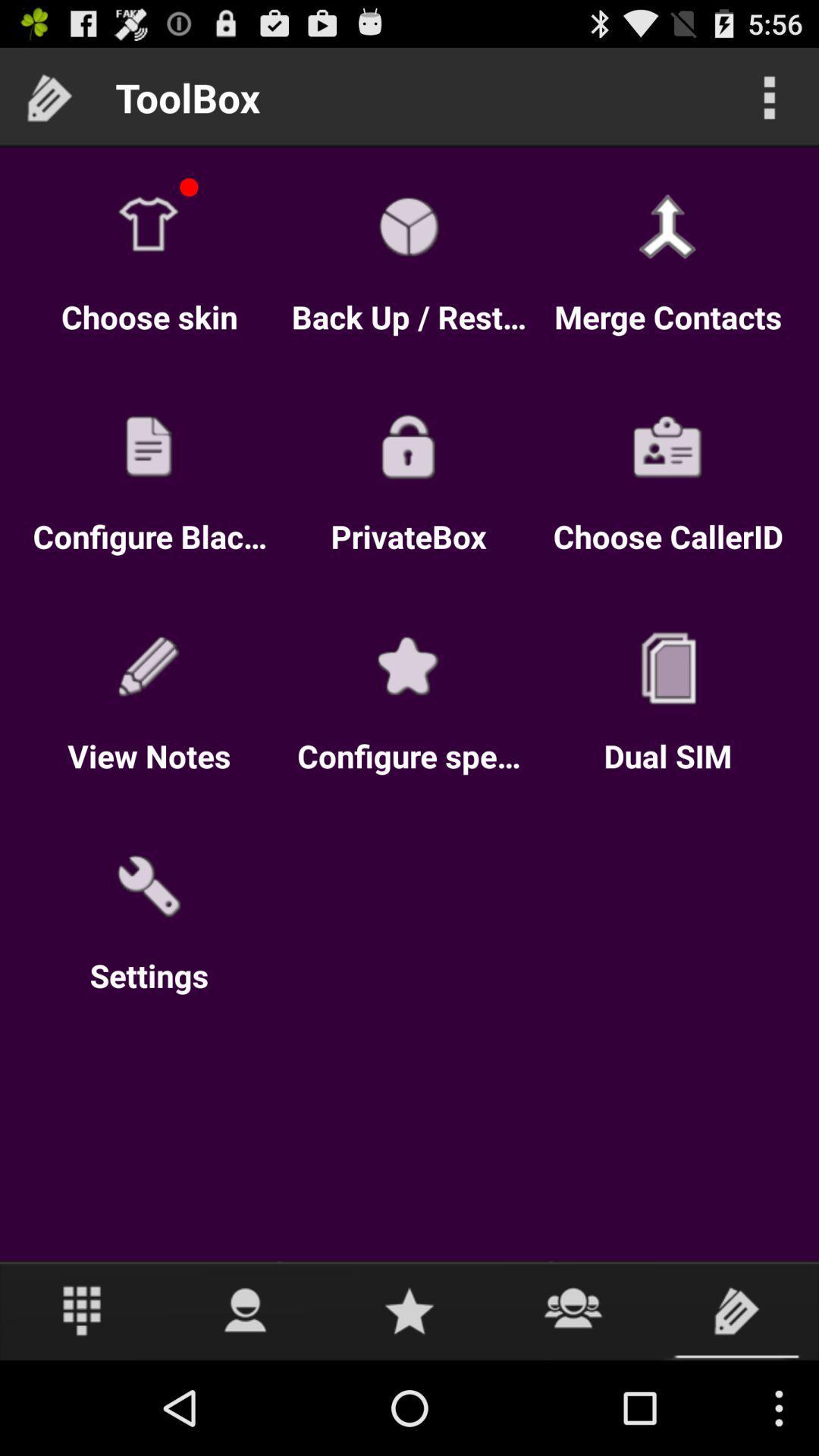 The height and width of the screenshot is (1456, 819). Describe the element at coordinates (49, 103) in the screenshot. I see `the label icon` at that location.